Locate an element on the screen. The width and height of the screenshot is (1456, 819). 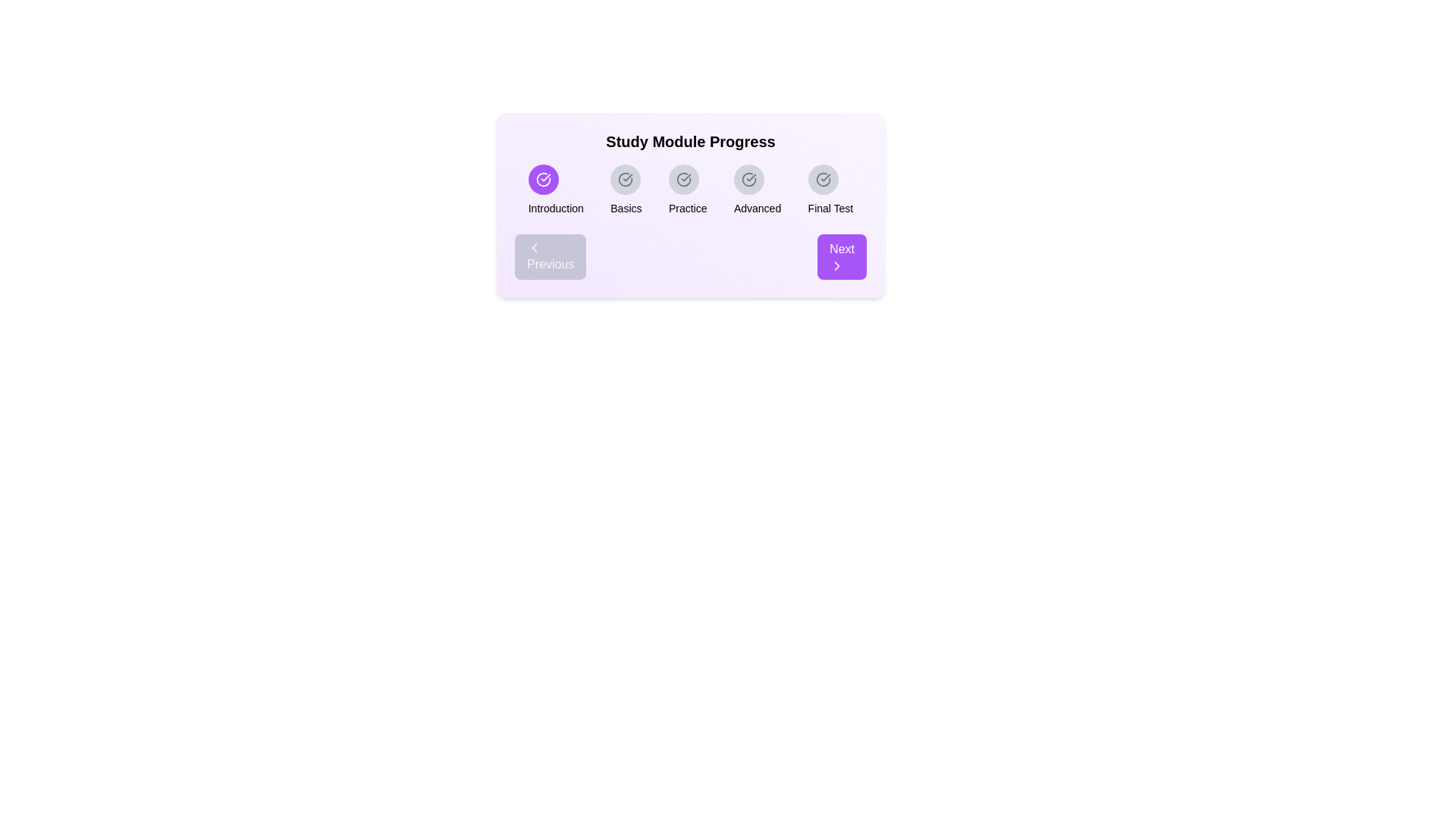
text label 'Introduction' located below the purple circular icon with a white check mark, which is the first element in a horizontal sequence of five sections is located at coordinates (555, 189).